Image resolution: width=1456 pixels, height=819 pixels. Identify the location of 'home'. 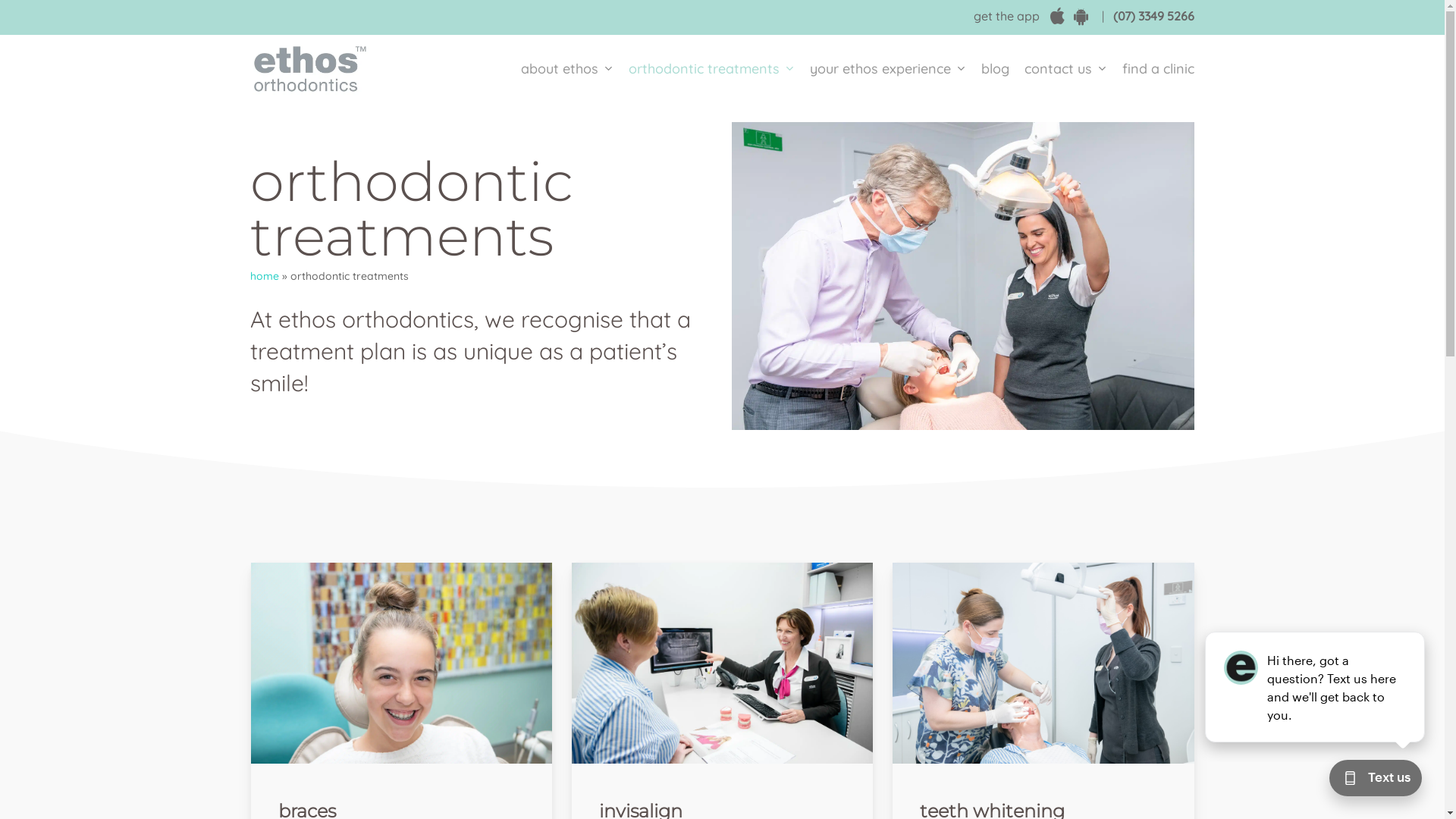
(265, 275).